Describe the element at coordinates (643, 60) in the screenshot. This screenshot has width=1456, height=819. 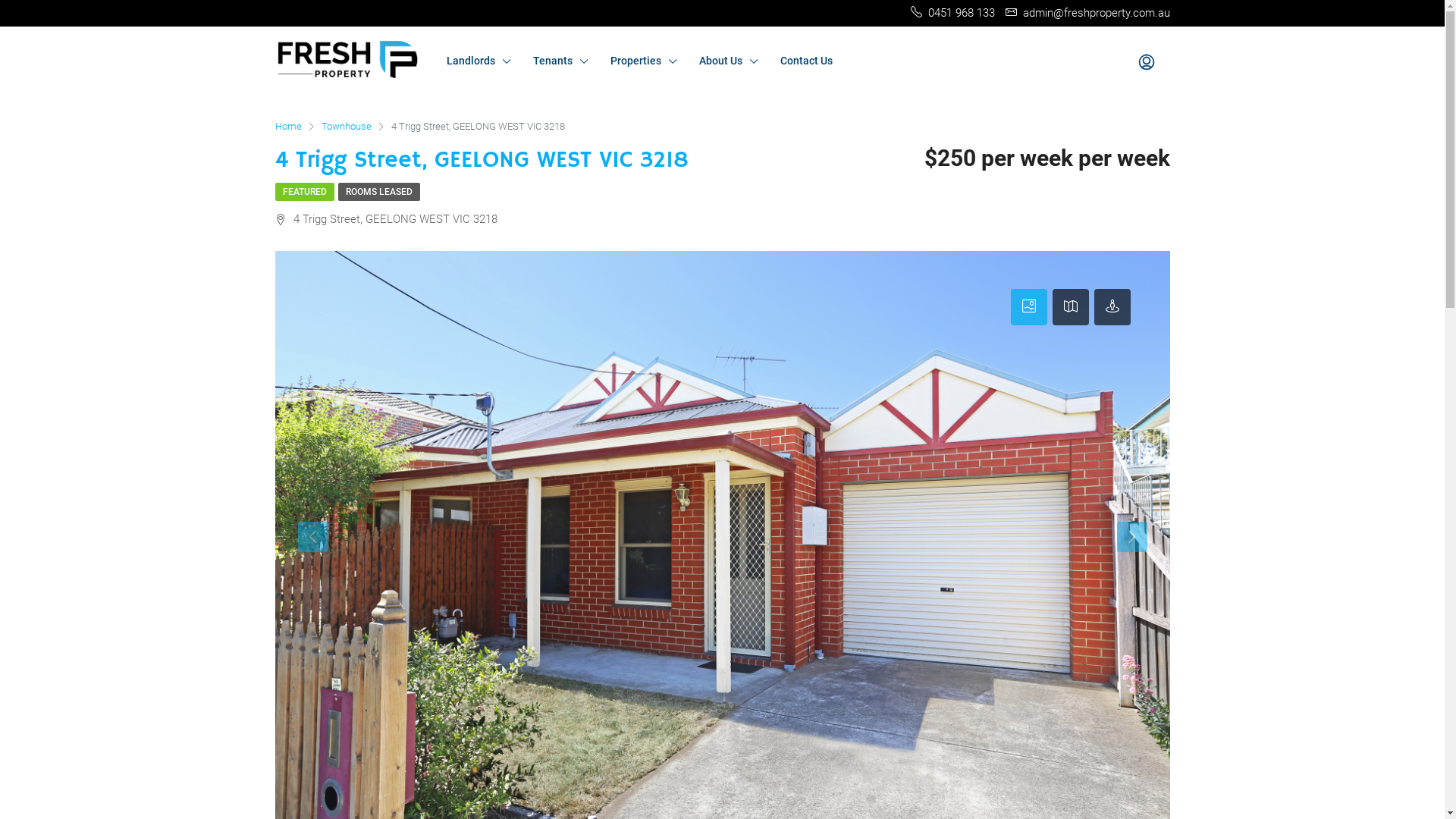
I see `'Properties'` at that location.